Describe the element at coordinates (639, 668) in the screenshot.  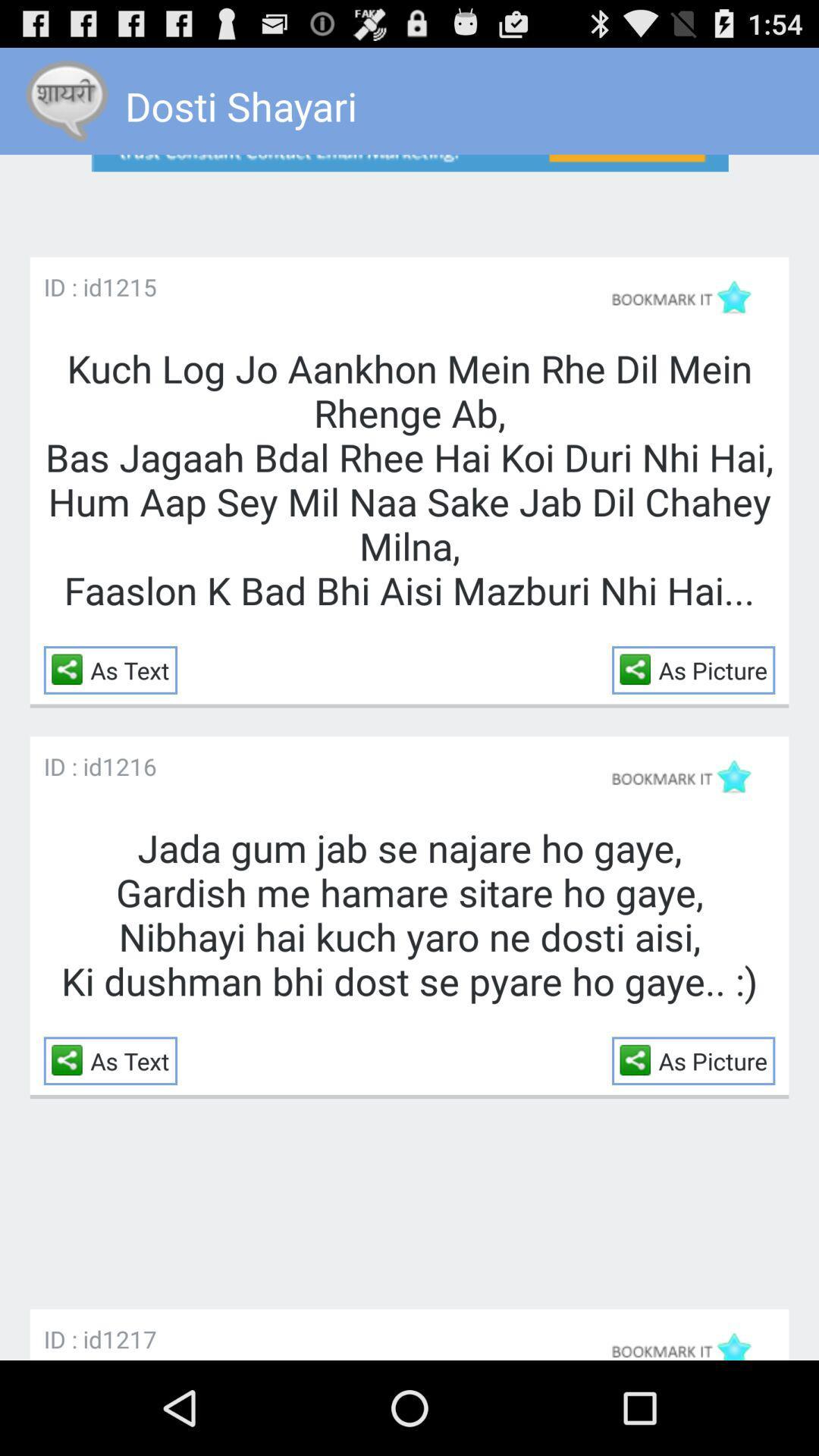
I see `item to the right of the as text` at that location.